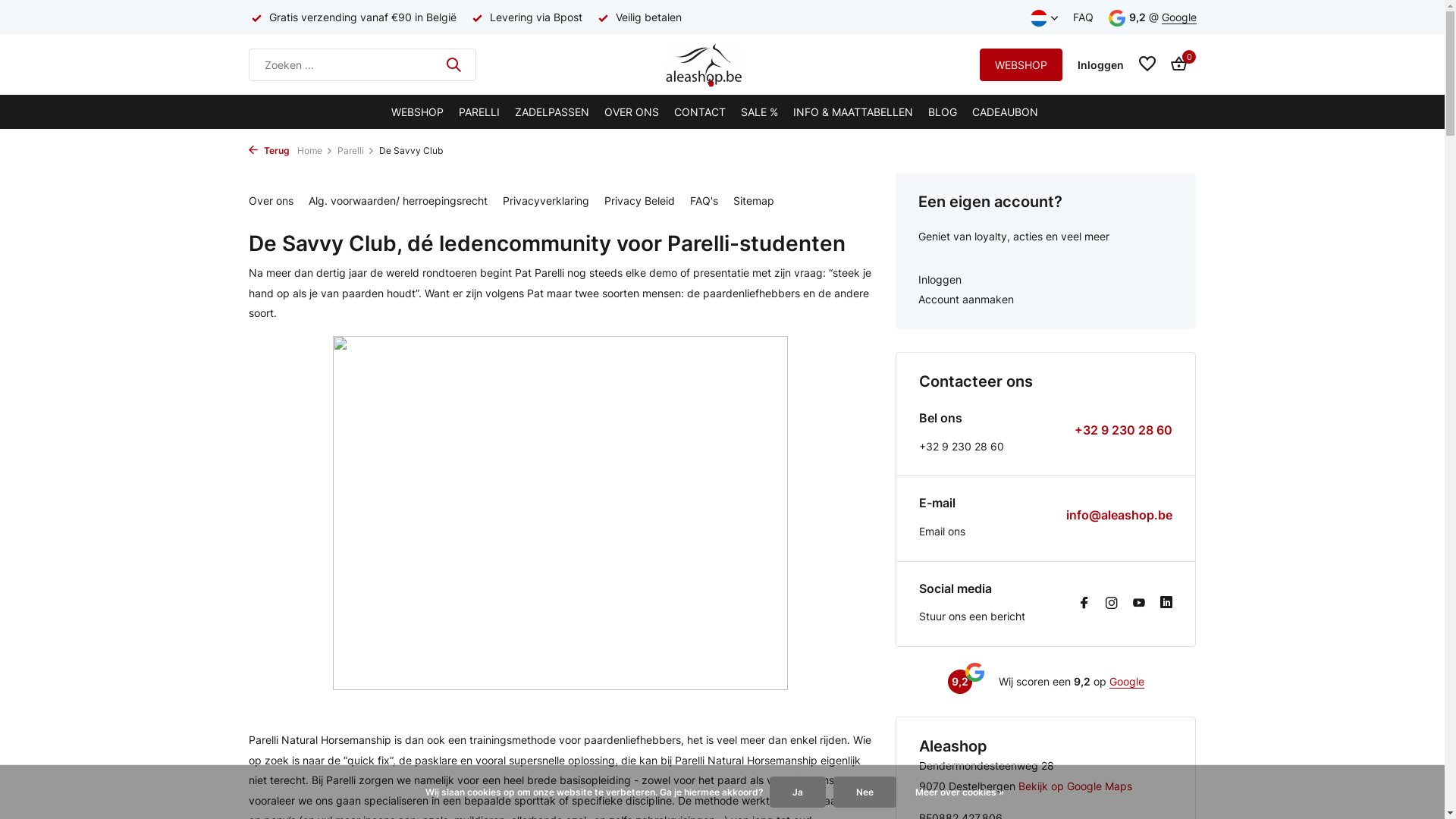  What do you see at coordinates (1074, 785) in the screenshot?
I see `'Bekijk op Google Maps'` at bounding box center [1074, 785].